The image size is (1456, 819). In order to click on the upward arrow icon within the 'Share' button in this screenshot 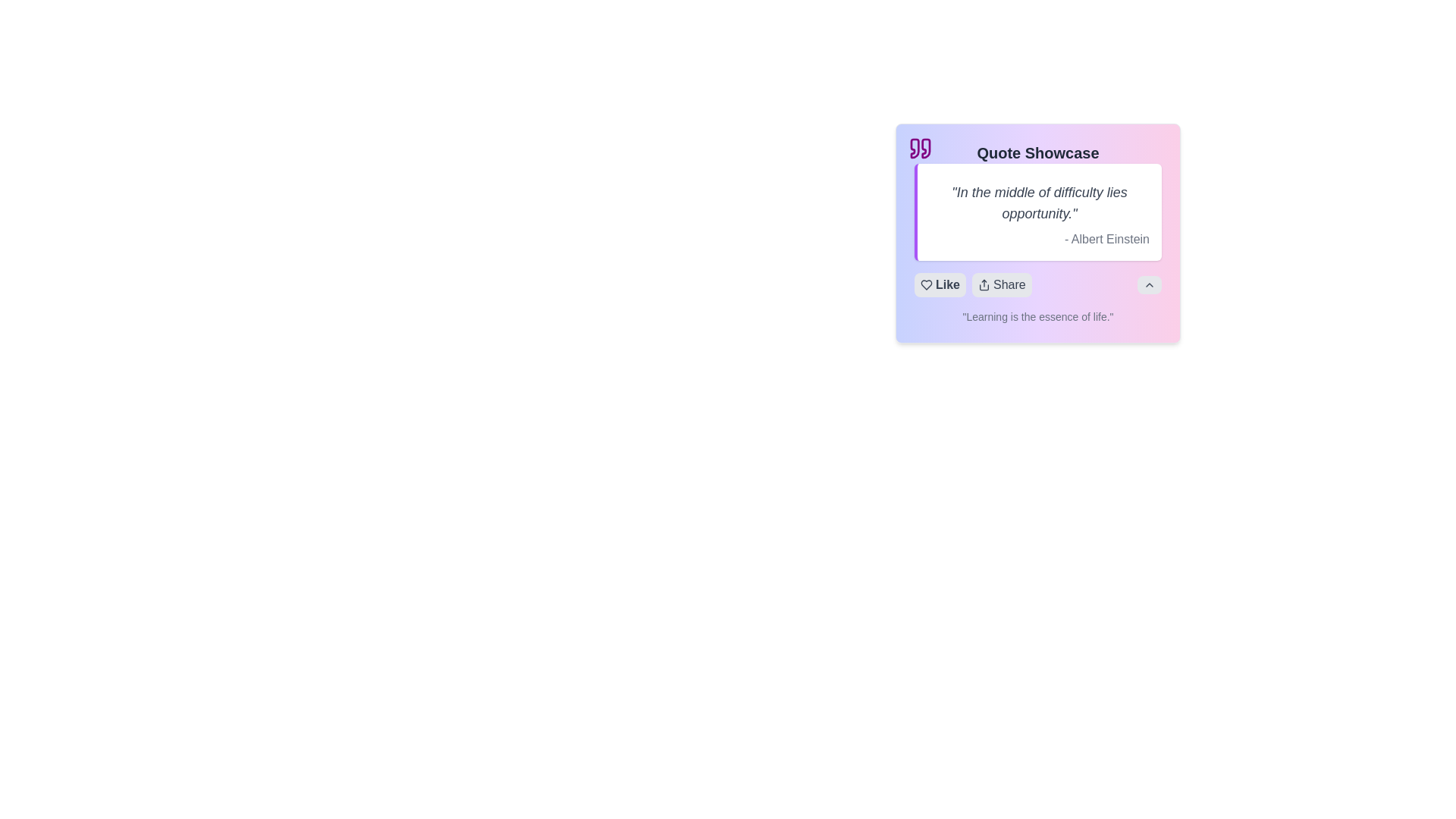, I will do `click(984, 284)`.